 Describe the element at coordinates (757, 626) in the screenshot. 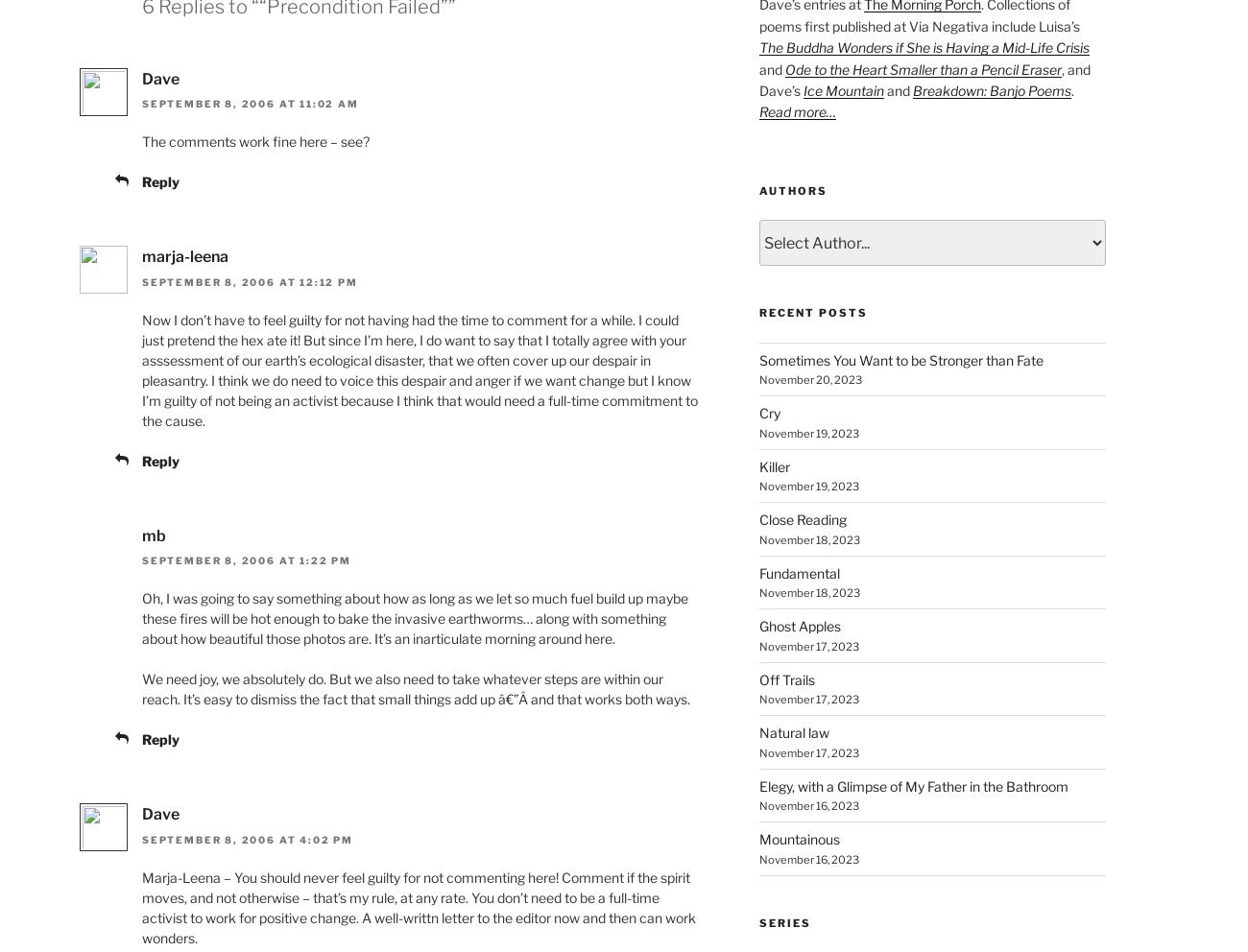

I see `'Ghost Apples'` at that location.